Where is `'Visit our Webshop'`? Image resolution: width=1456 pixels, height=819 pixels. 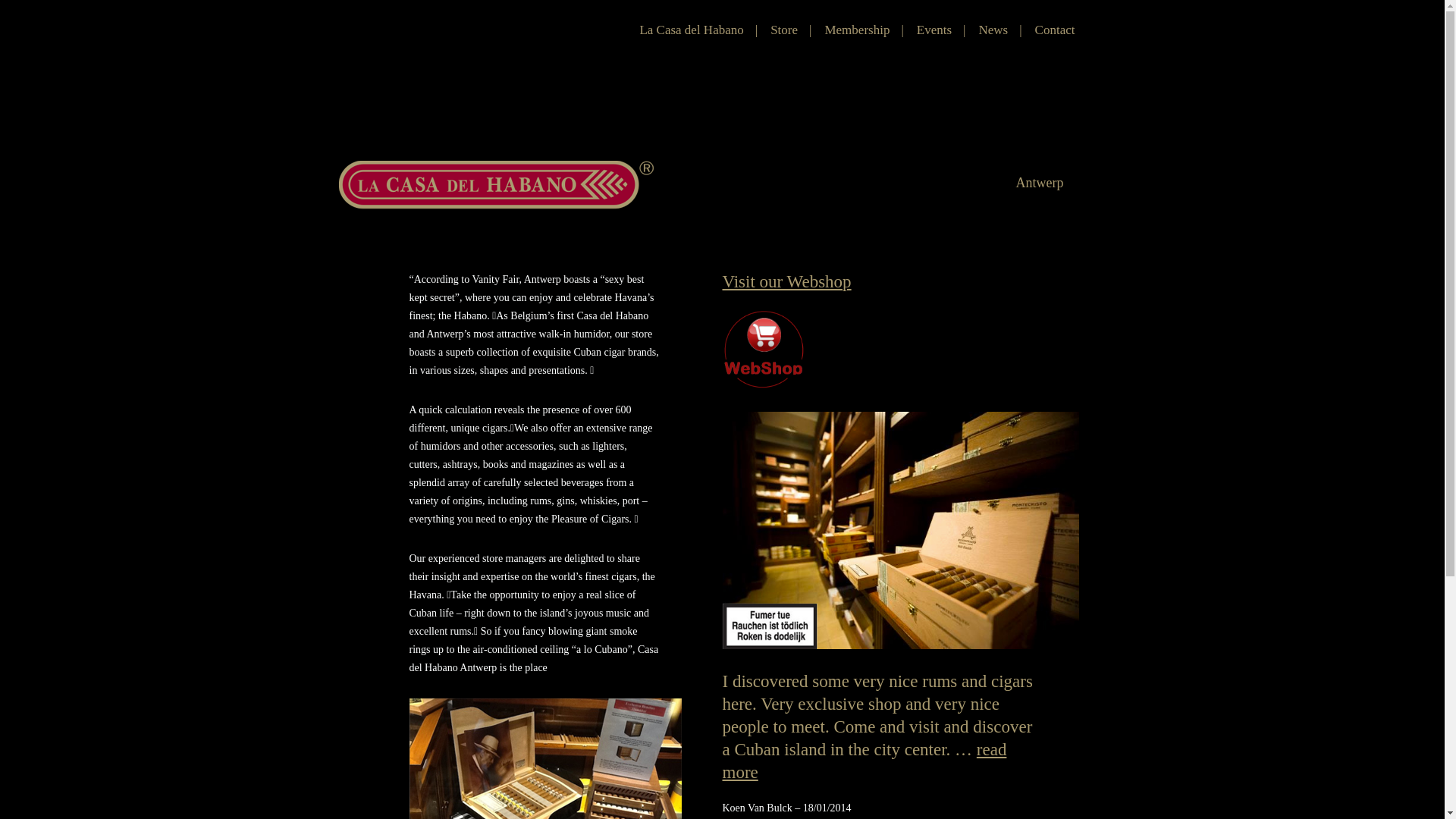
'Visit our Webshop' is located at coordinates (720, 281).